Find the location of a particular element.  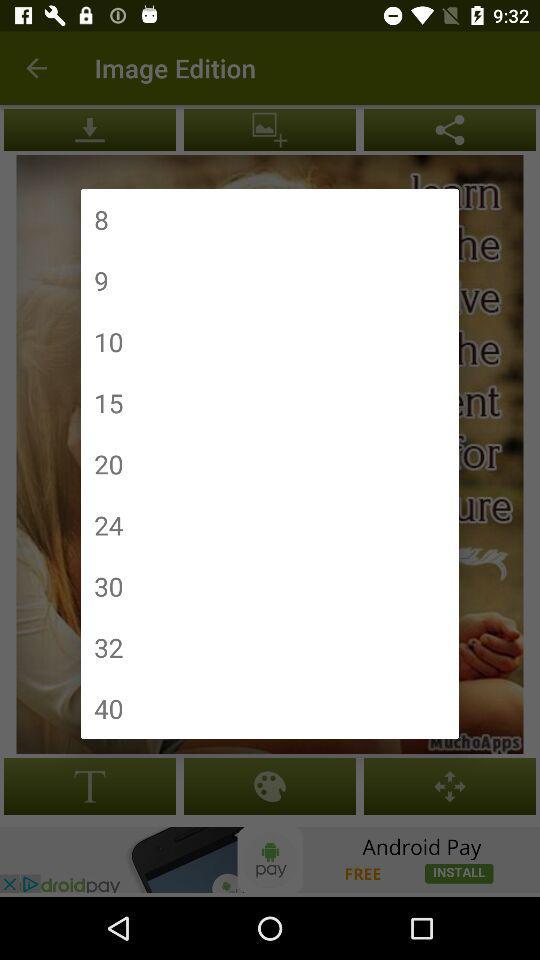

the 24 item is located at coordinates (108, 524).